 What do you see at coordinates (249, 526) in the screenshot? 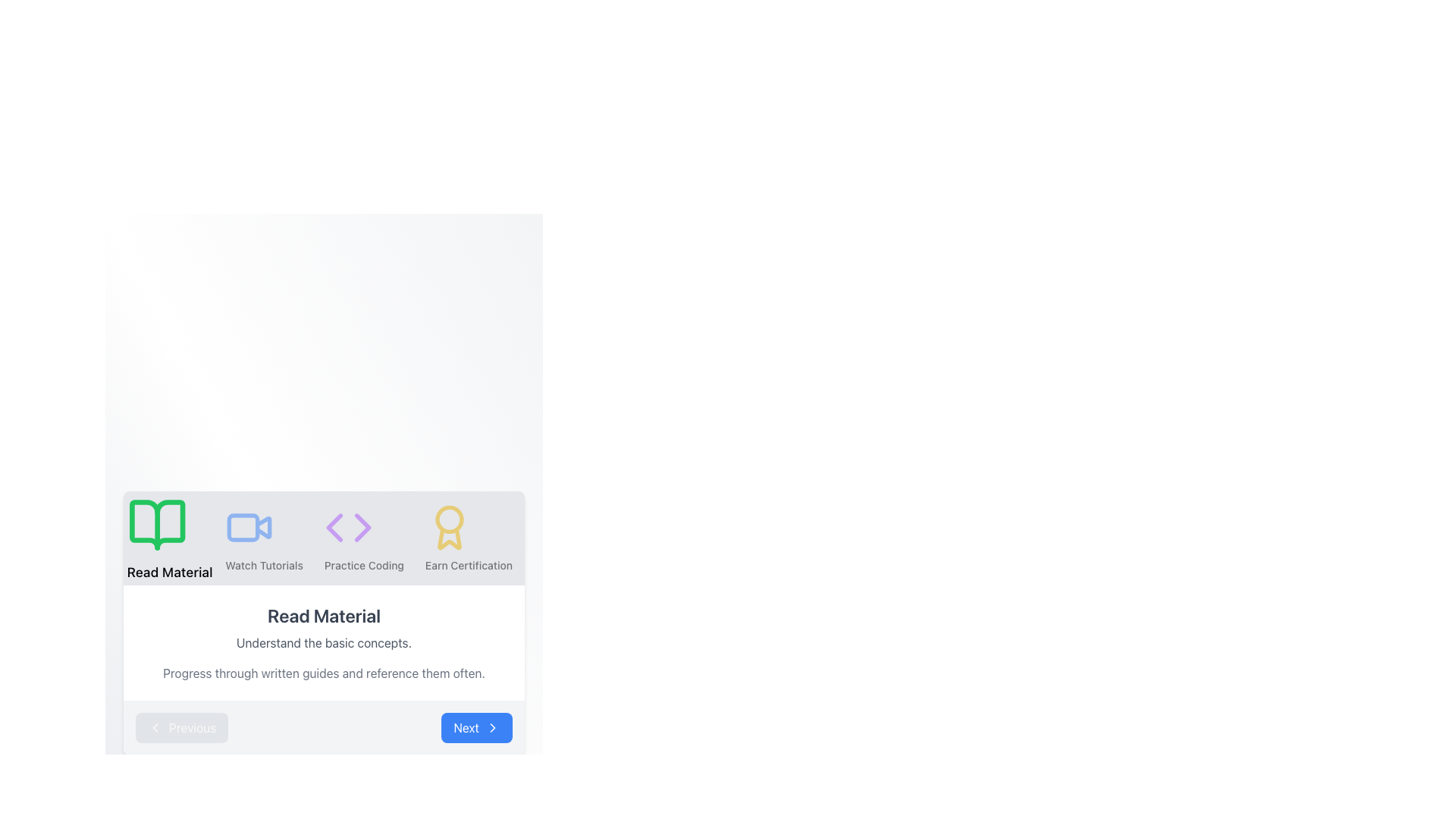
I see `the tutorial video icon, which is the second icon in a horizontal layout, positioned between the green book icon labeled 'Read Material' and a purple coding icon` at bounding box center [249, 526].